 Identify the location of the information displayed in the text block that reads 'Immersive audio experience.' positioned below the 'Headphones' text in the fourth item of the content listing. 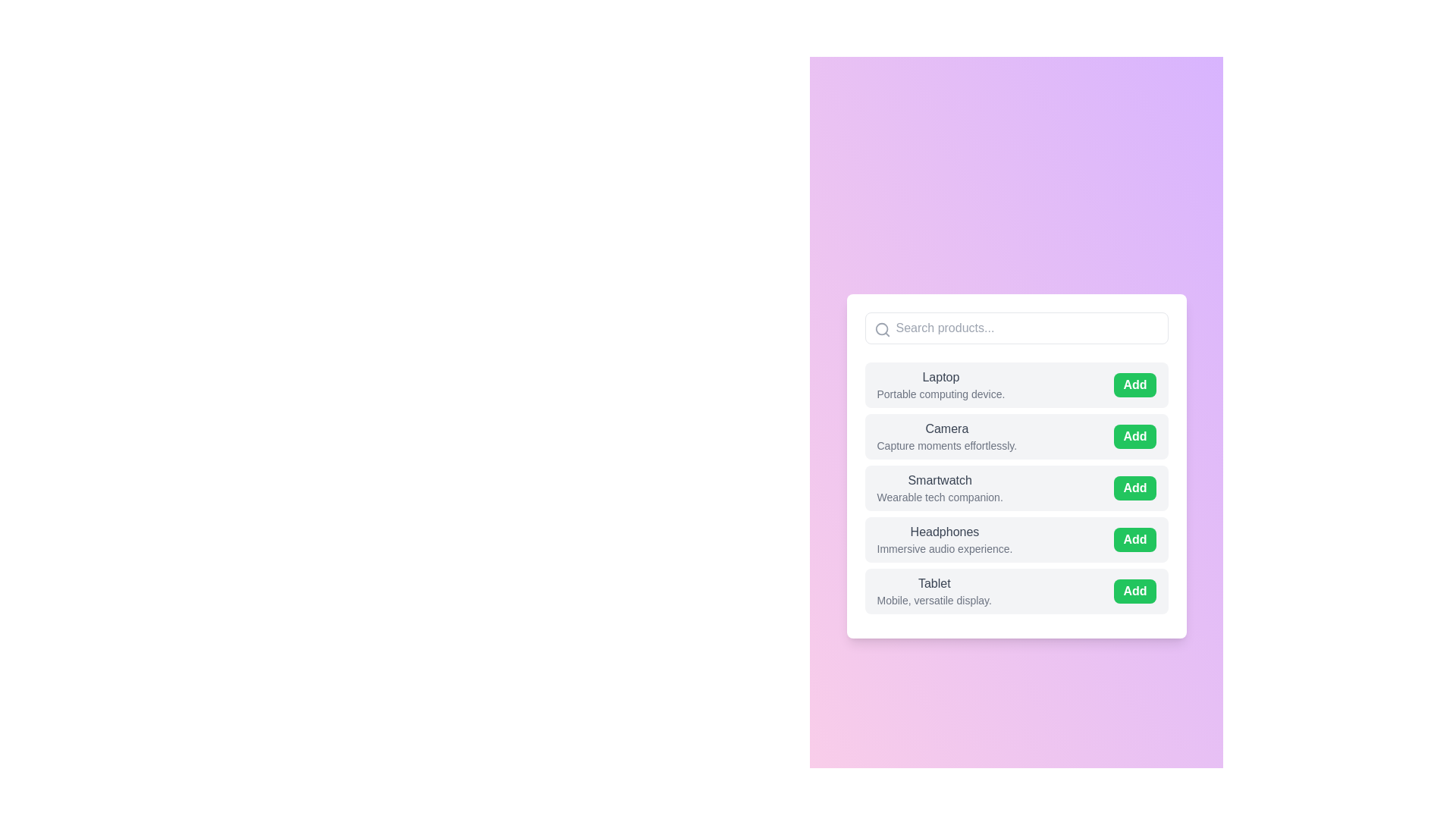
(944, 549).